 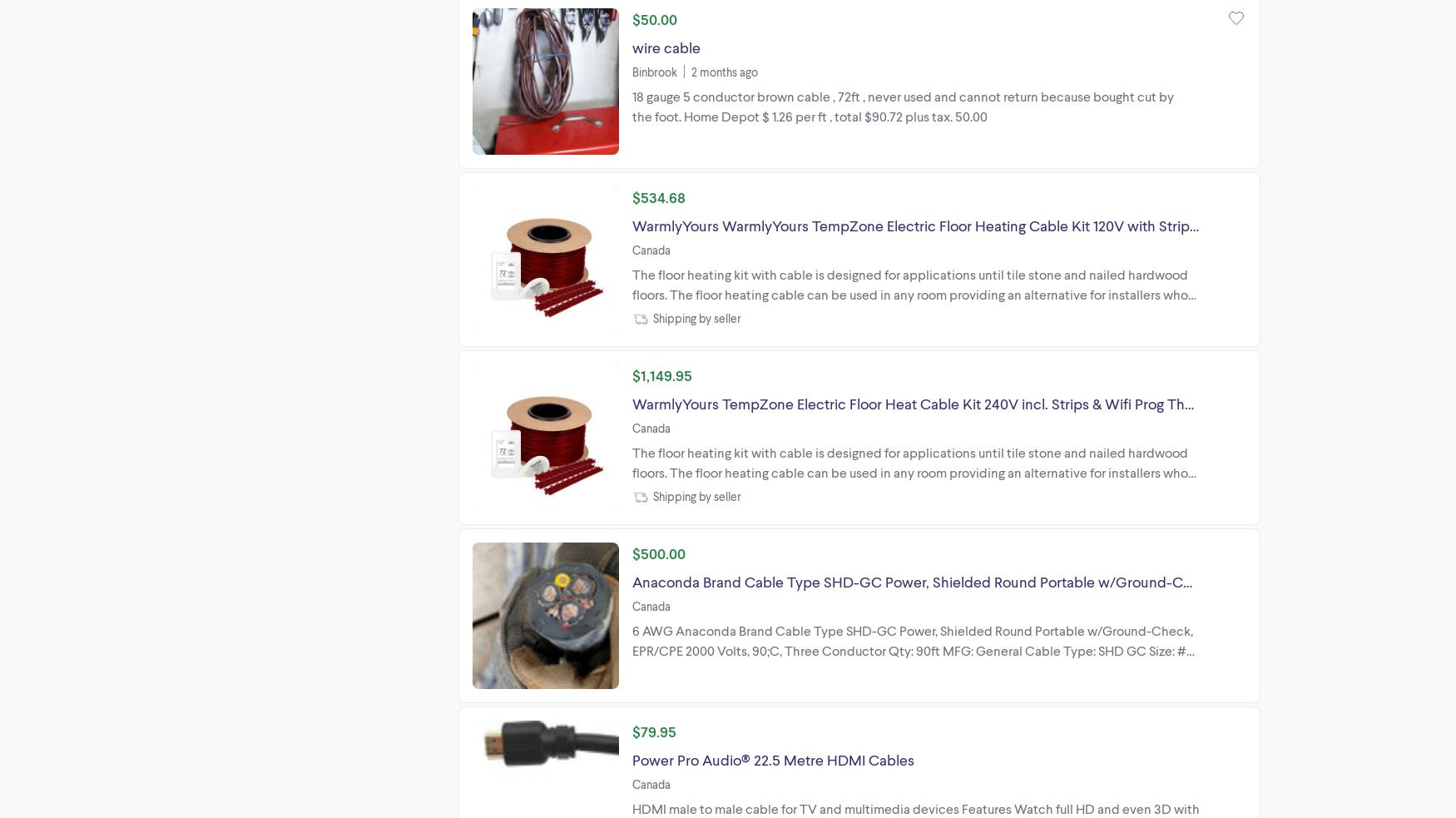 I want to click on 'Binbrook', so click(x=653, y=70).